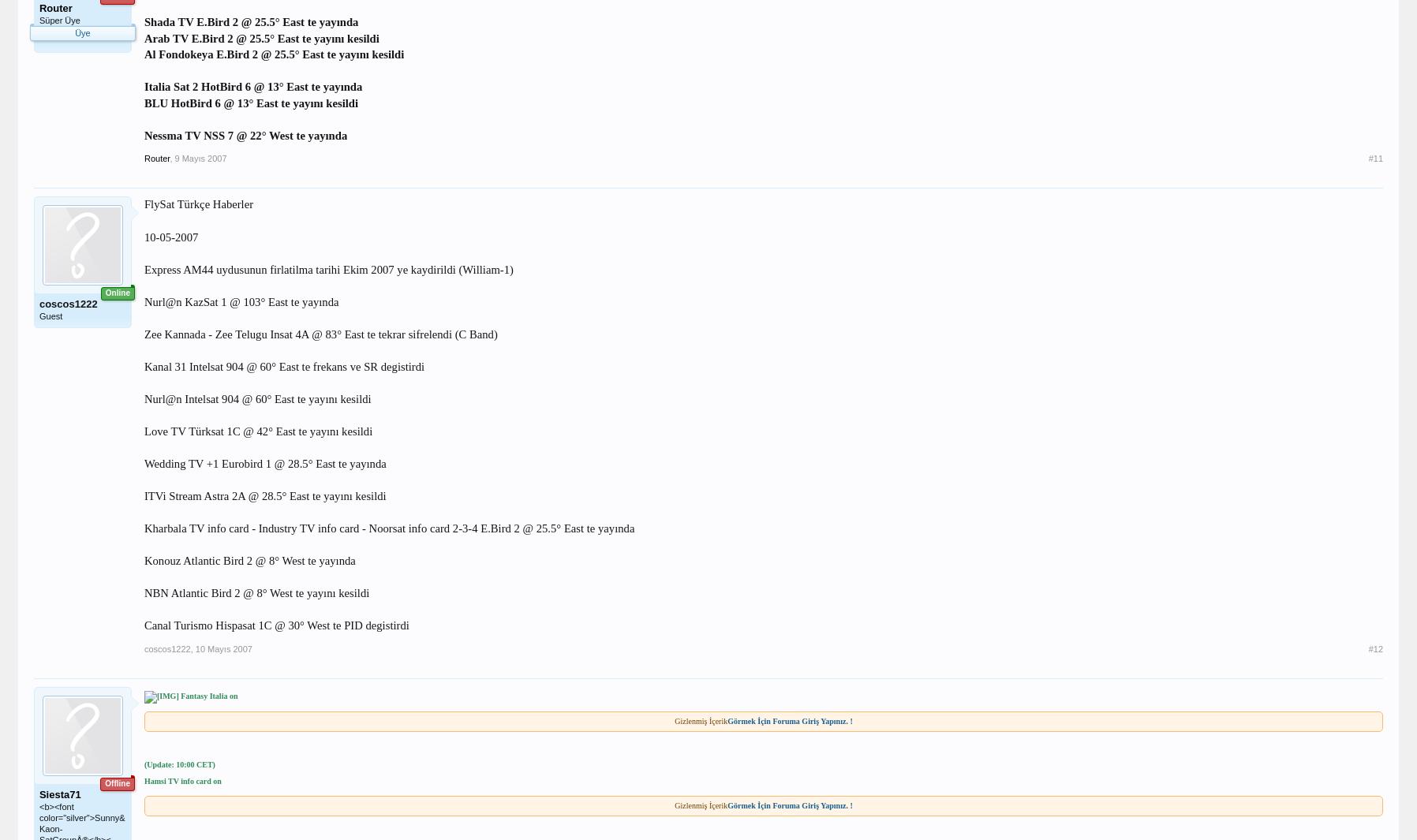 This screenshot has height=840, width=1417. Describe the element at coordinates (116, 782) in the screenshot. I see `'Offline'` at that location.